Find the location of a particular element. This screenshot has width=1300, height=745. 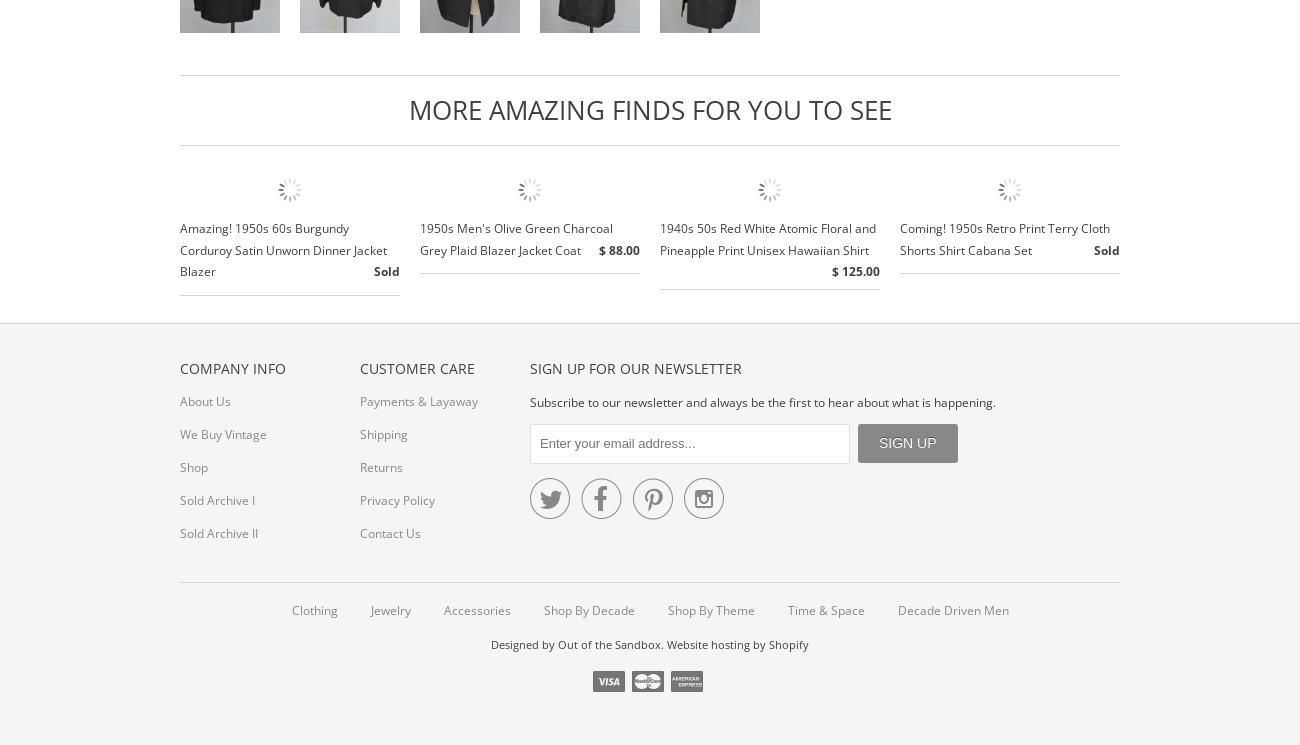

'1950s Men's Olive Green Charcoal Grey Plaid Blazer Jacket Coat' is located at coordinates (516, 237).